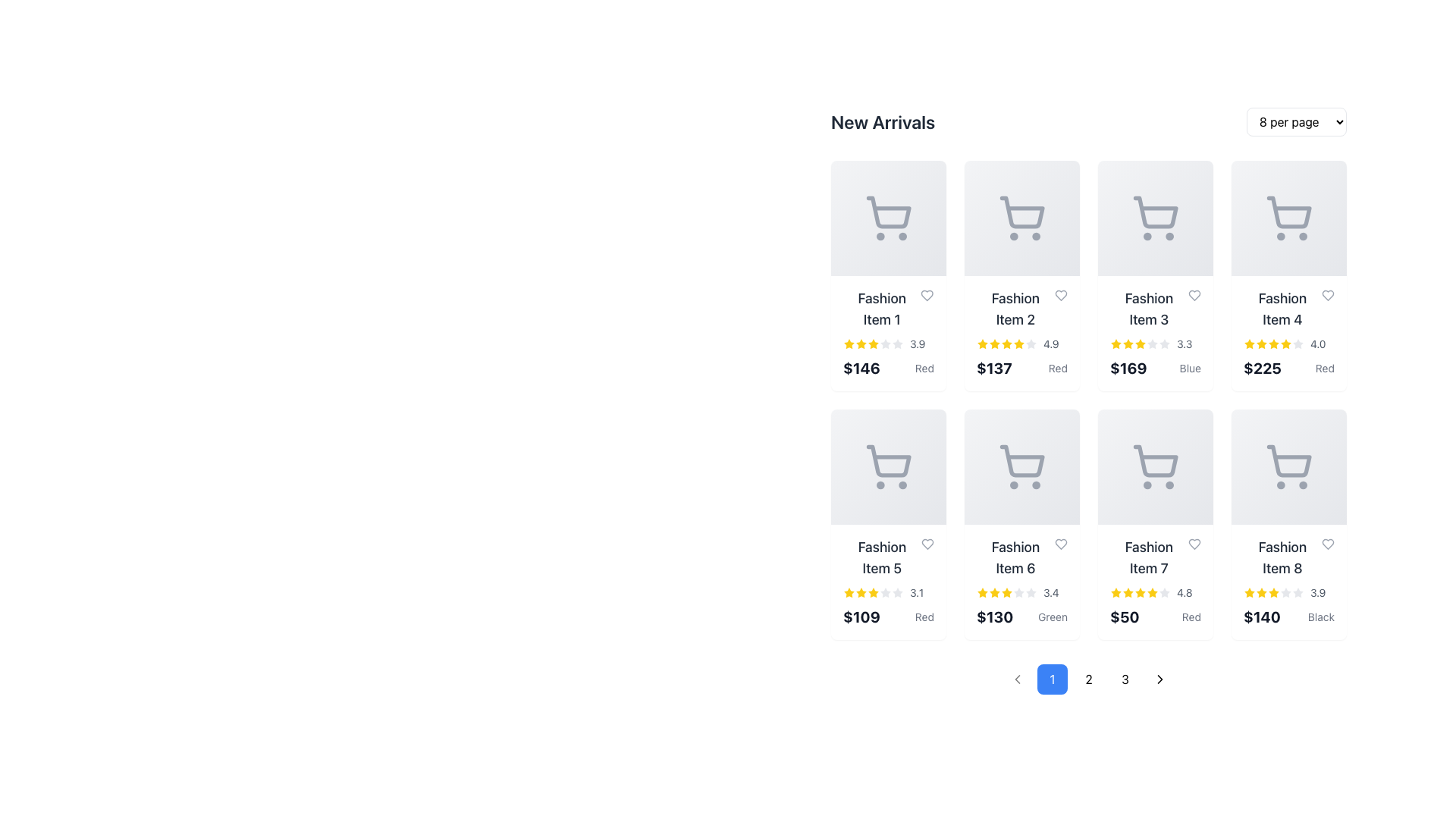  Describe the element at coordinates (1060, 295) in the screenshot. I see `the heart icon in the top-right corner of the 'Fashion Item 2' card to favorite the item` at that location.